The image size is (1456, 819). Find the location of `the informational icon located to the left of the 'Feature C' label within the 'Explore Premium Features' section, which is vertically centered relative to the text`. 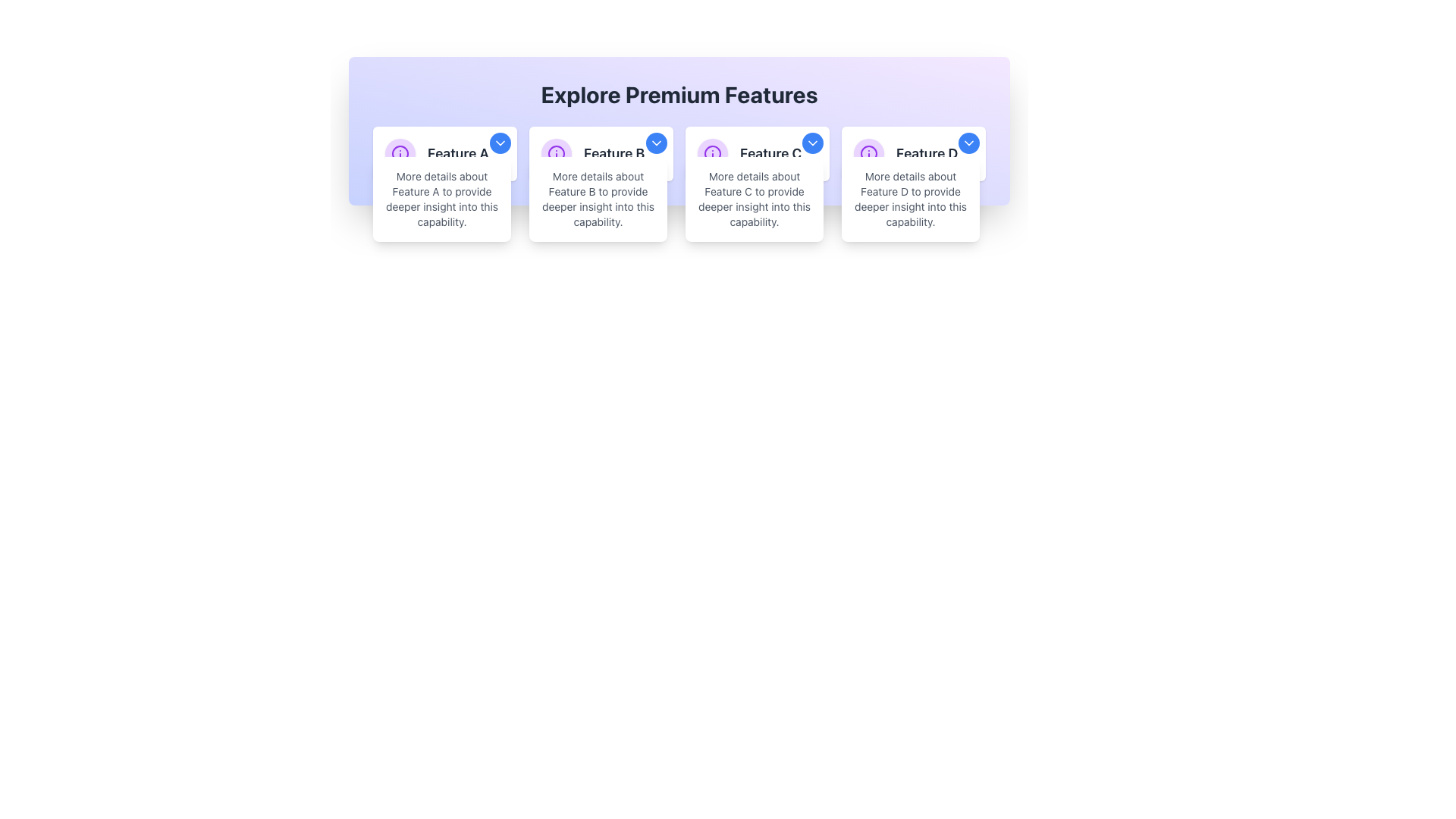

the informational icon located to the left of the 'Feature C' label within the 'Explore Premium Features' section, which is vertically centered relative to the text is located at coordinates (712, 154).